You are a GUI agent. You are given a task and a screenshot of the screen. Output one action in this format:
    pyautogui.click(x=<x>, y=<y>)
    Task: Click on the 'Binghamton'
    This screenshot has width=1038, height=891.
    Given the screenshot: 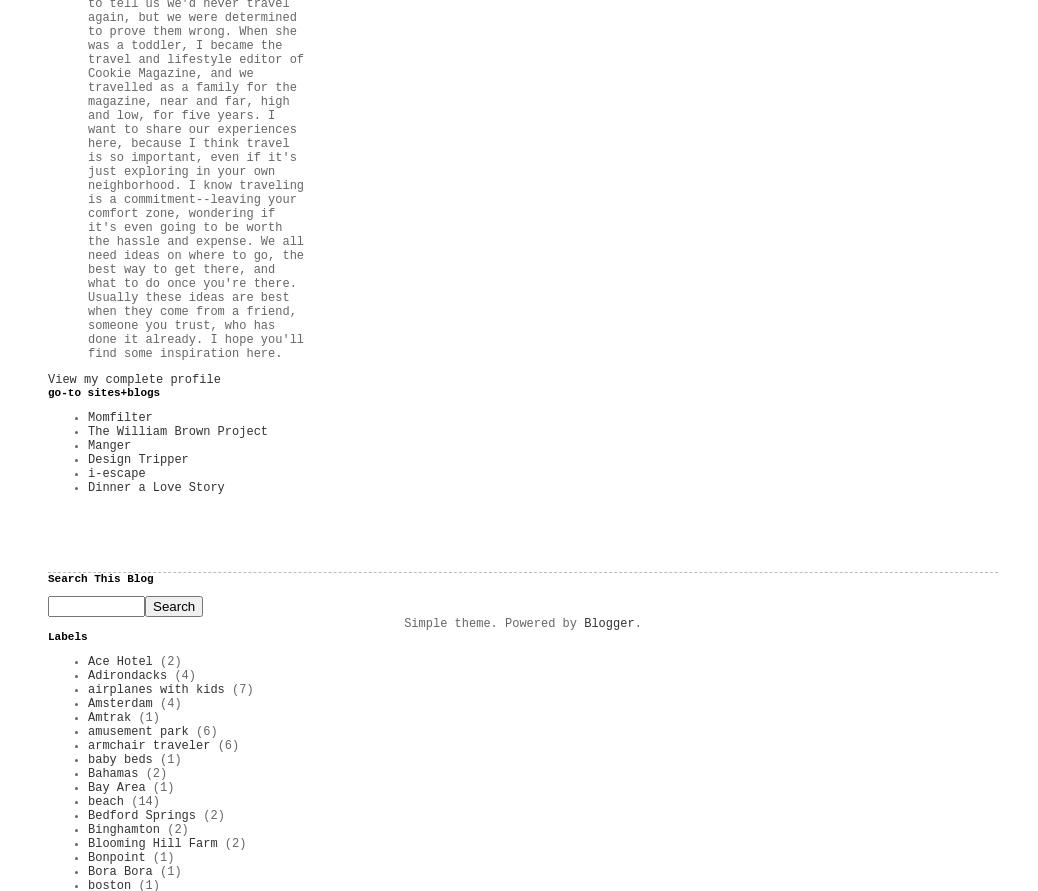 What is the action you would take?
    pyautogui.click(x=123, y=828)
    